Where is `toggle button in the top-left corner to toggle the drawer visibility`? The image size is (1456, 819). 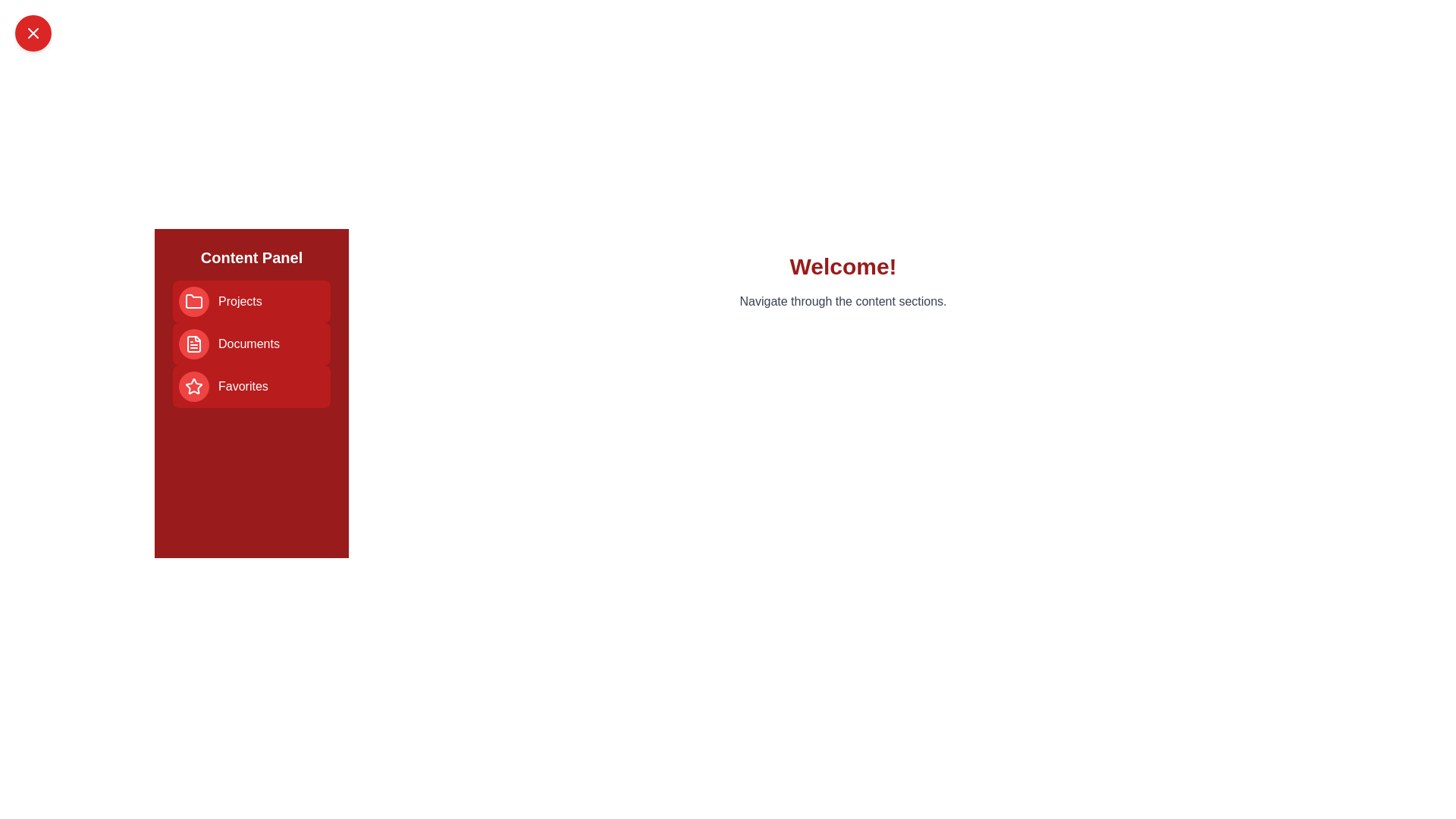 toggle button in the top-left corner to toggle the drawer visibility is located at coordinates (33, 33).